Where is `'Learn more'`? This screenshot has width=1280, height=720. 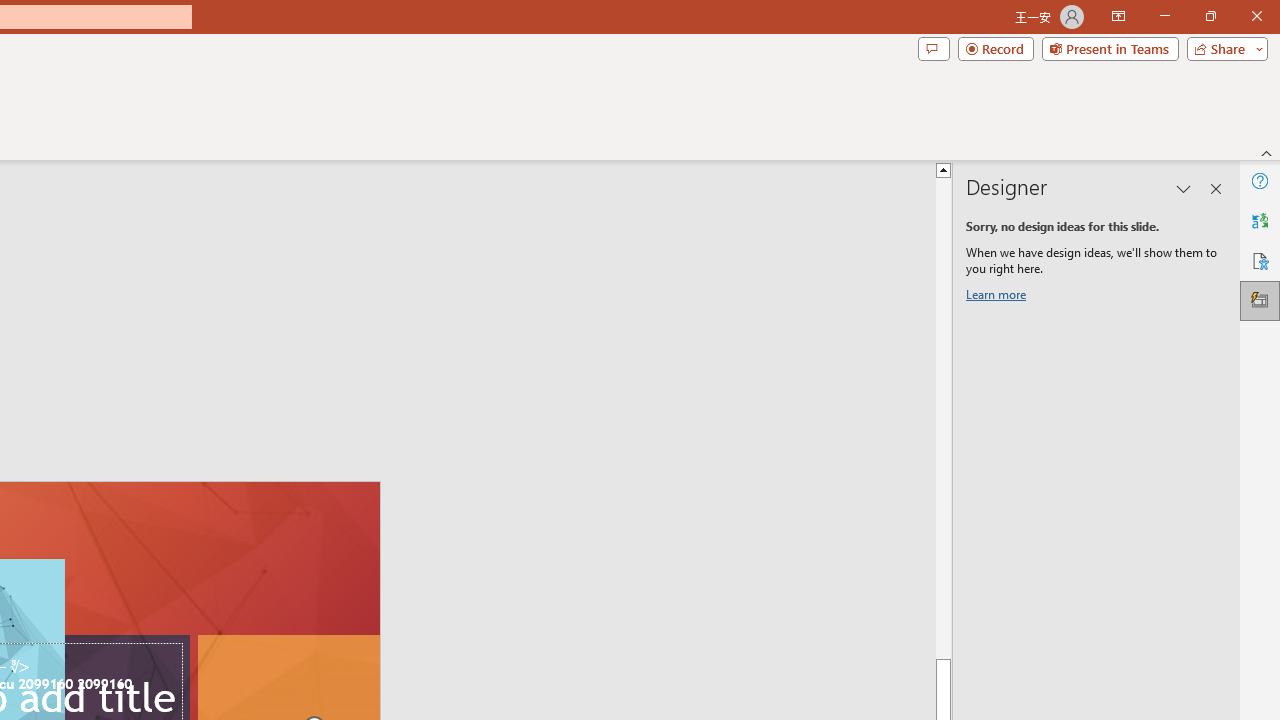 'Learn more' is located at coordinates (999, 298).